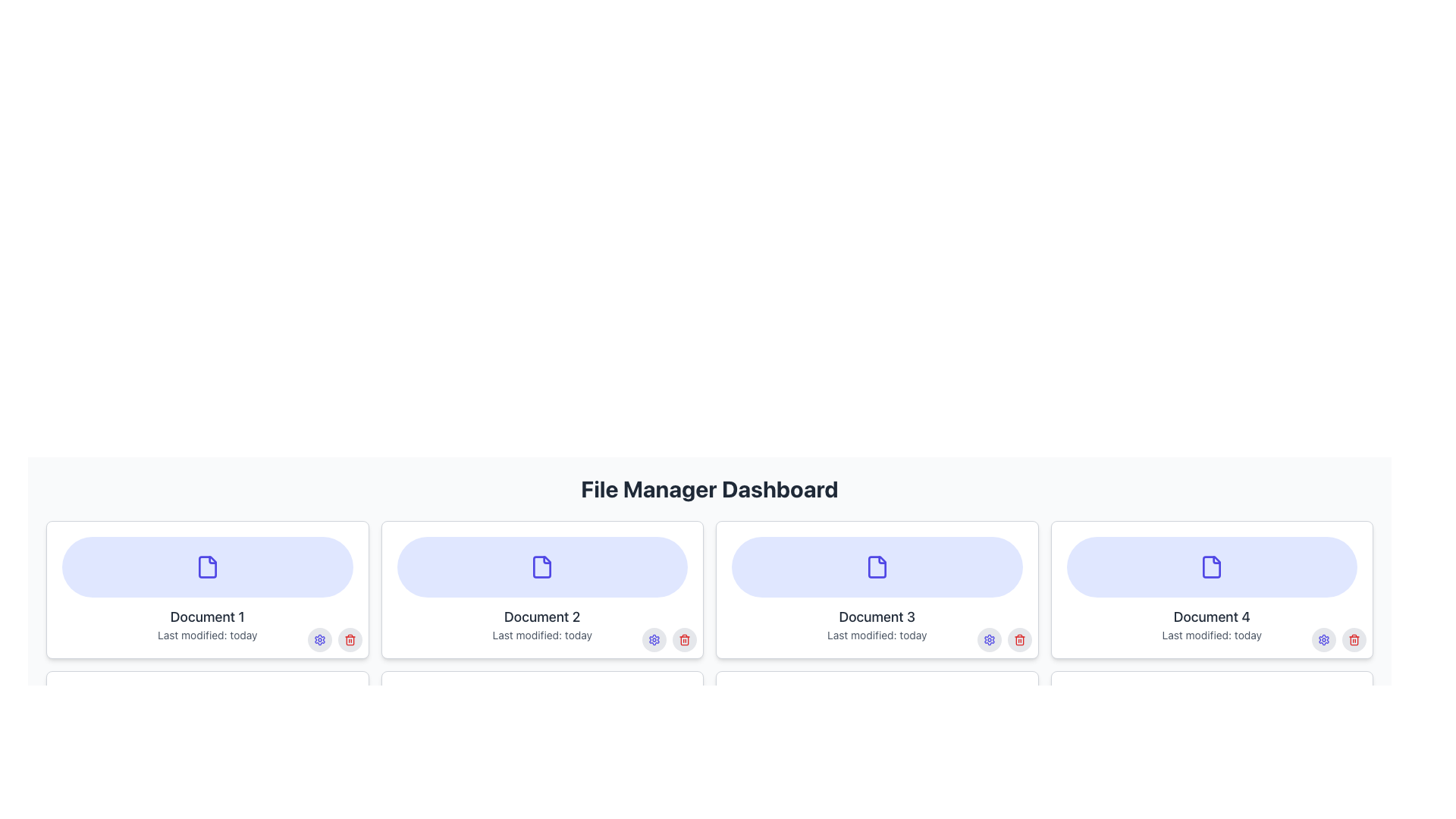 The height and width of the screenshot is (819, 1456). Describe the element at coordinates (1354, 640) in the screenshot. I see `the delete Icon Button located at the bottom-right corner of the fourth document card` at that location.